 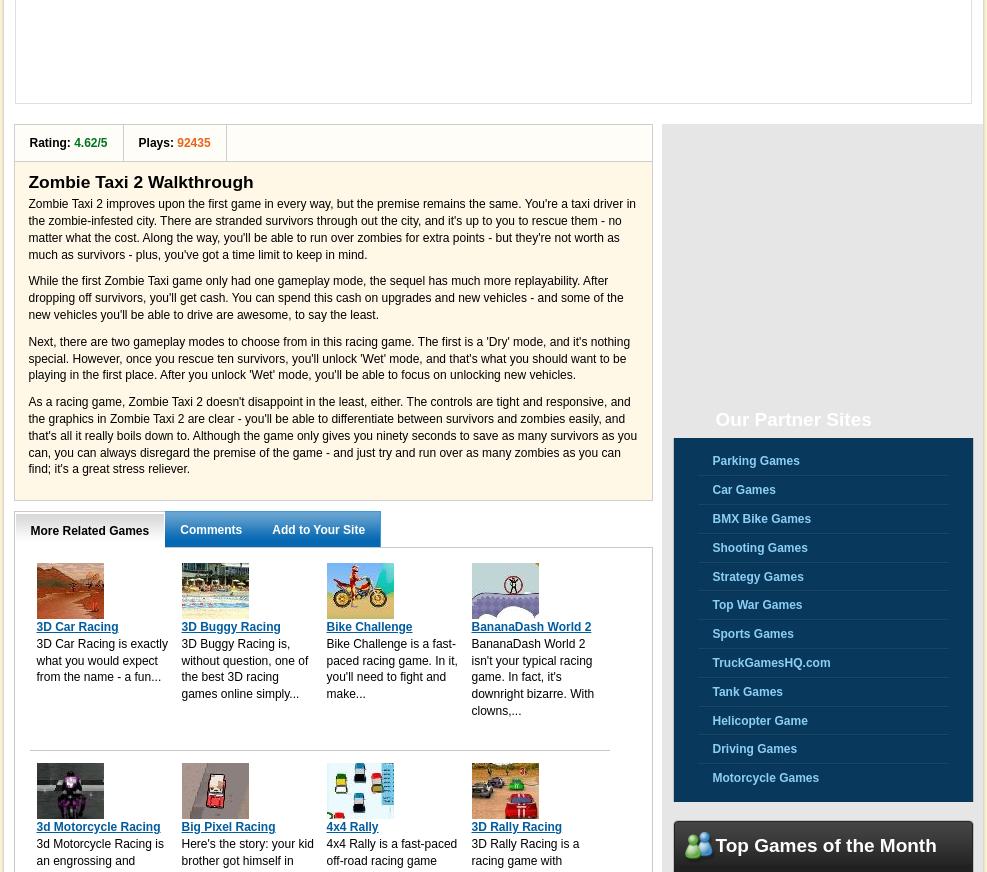 I want to click on 'Driving Games', so click(x=753, y=747).